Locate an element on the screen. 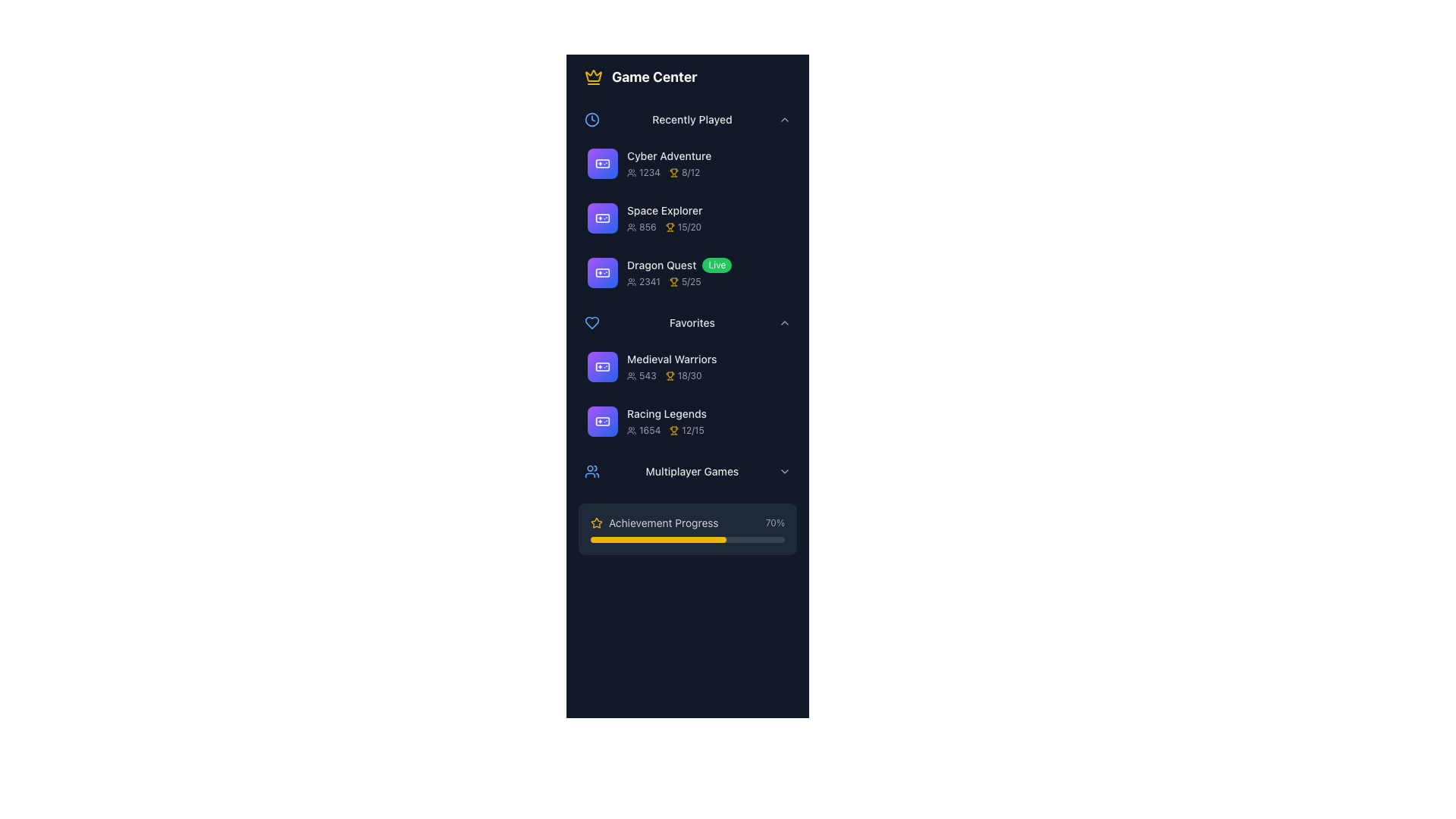  the text label indicating achievements earned out of a total for the 'Racing Legends' game entry, located to the right of the yellow trophy icon in the 'Favorites' section is located at coordinates (692, 430).